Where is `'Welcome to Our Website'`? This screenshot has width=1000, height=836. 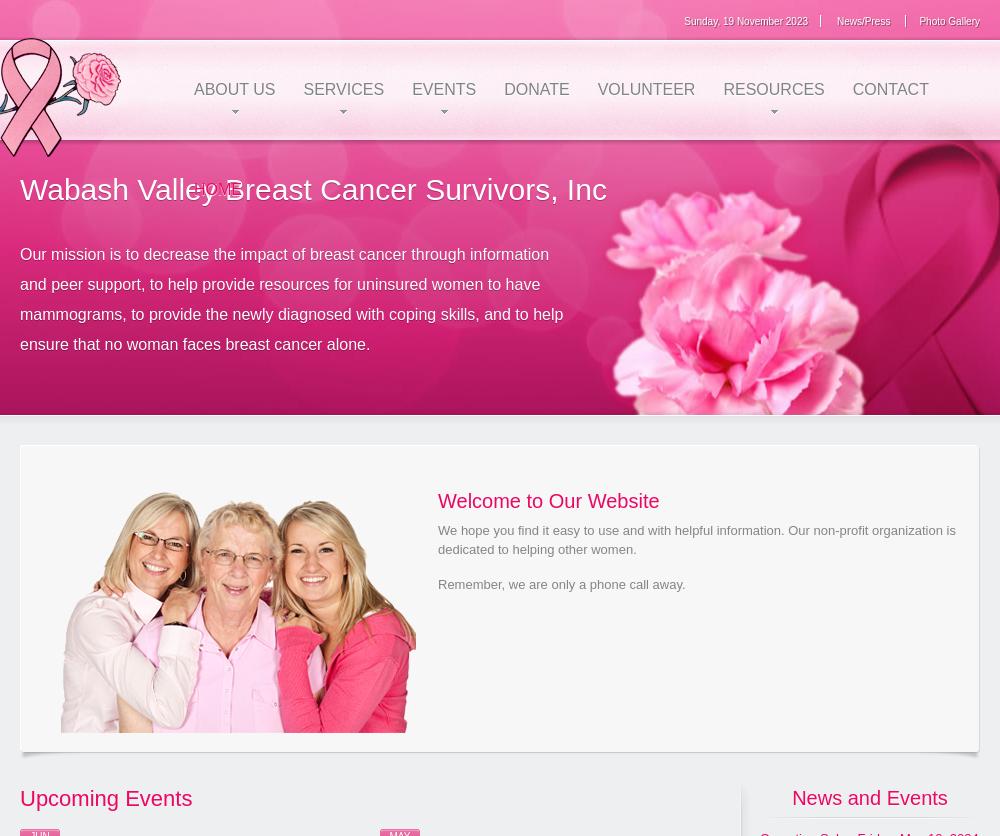
'Welcome to Our Website' is located at coordinates (548, 500).